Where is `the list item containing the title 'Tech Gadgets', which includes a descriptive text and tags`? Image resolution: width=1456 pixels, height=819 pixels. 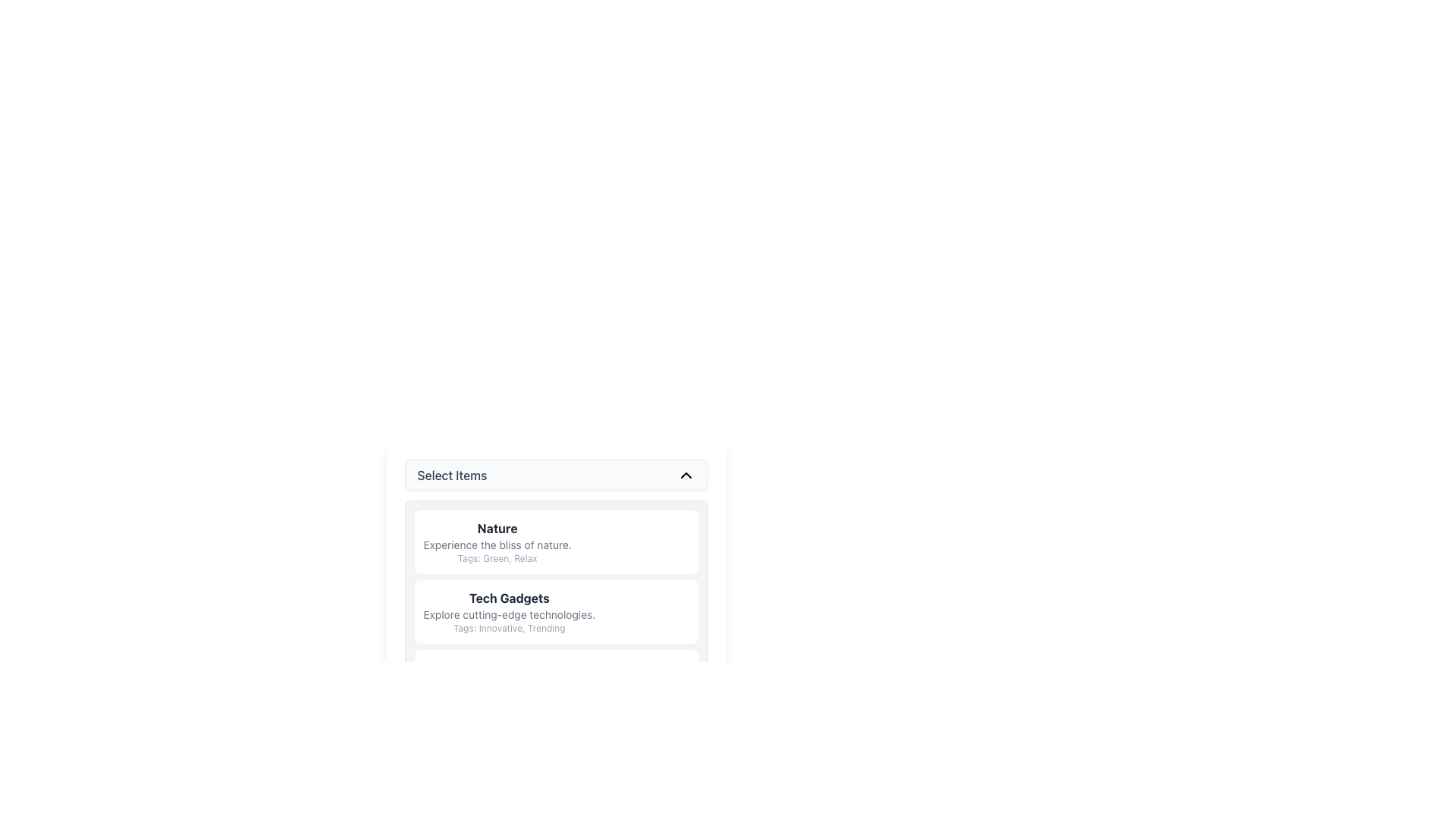 the list item containing the title 'Tech Gadgets', which includes a descriptive text and tags is located at coordinates (509, 610).